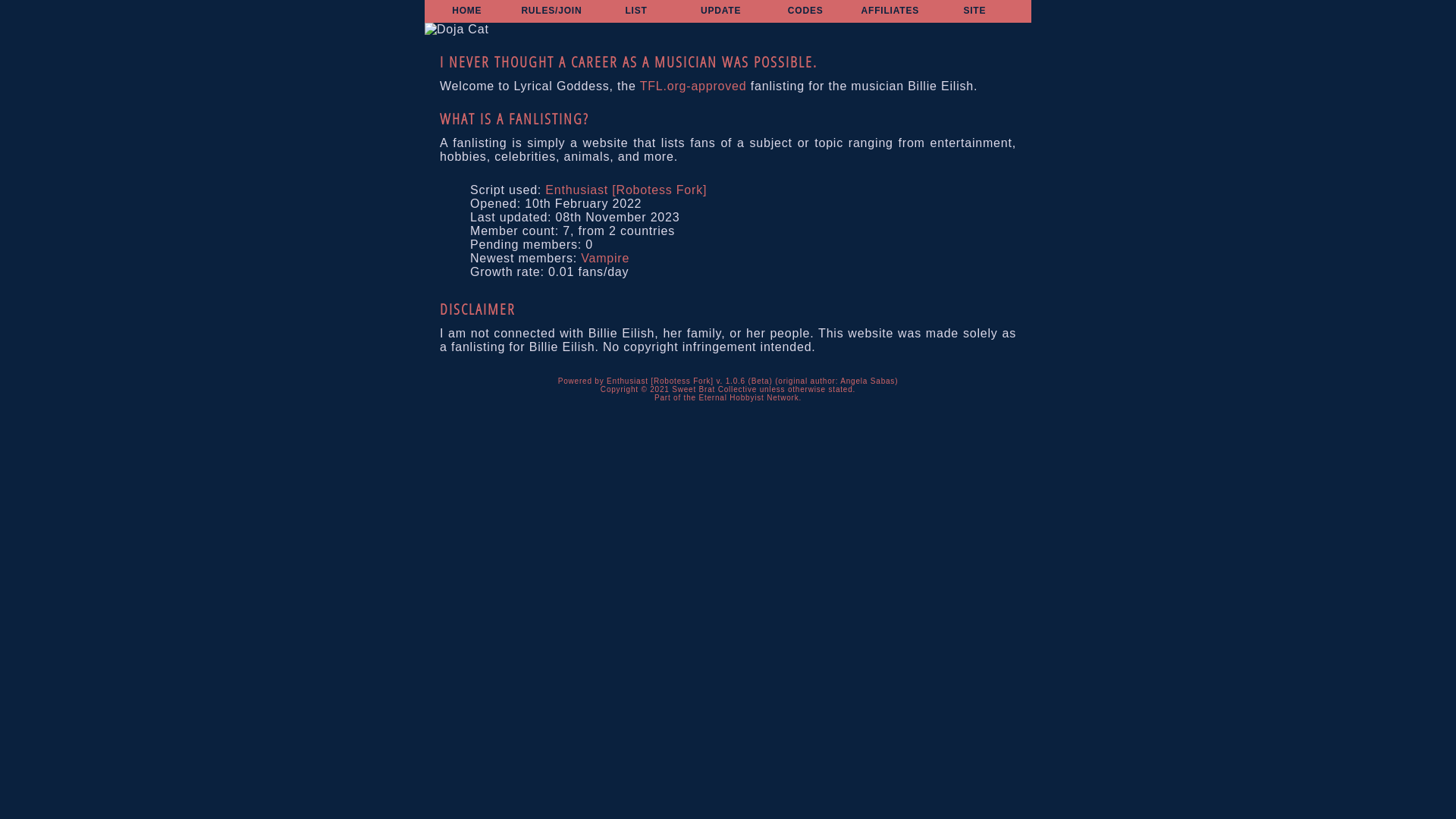 This screenshot has width=1456, height=819. I want to click on 'Enthusiast [Robotess Fork] v. 1.0.6 (Beta)', so click(689, 380).